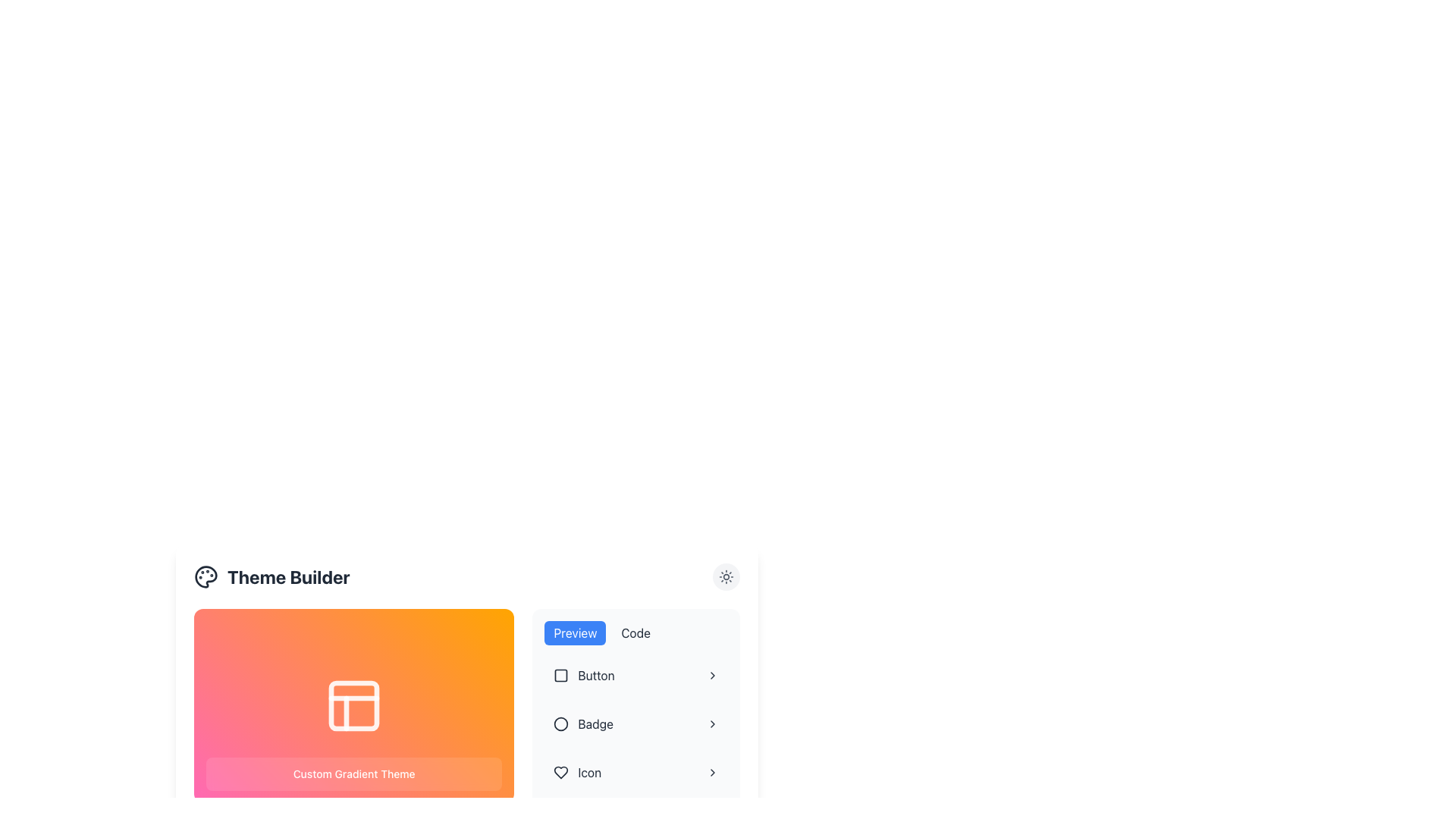 This screenshot has width=1456, height=819. I want to click on the button labeled 'Code', which is a rectangular button with rounded edges positioned to the right of the 'Preview' button, so click(635, 632).